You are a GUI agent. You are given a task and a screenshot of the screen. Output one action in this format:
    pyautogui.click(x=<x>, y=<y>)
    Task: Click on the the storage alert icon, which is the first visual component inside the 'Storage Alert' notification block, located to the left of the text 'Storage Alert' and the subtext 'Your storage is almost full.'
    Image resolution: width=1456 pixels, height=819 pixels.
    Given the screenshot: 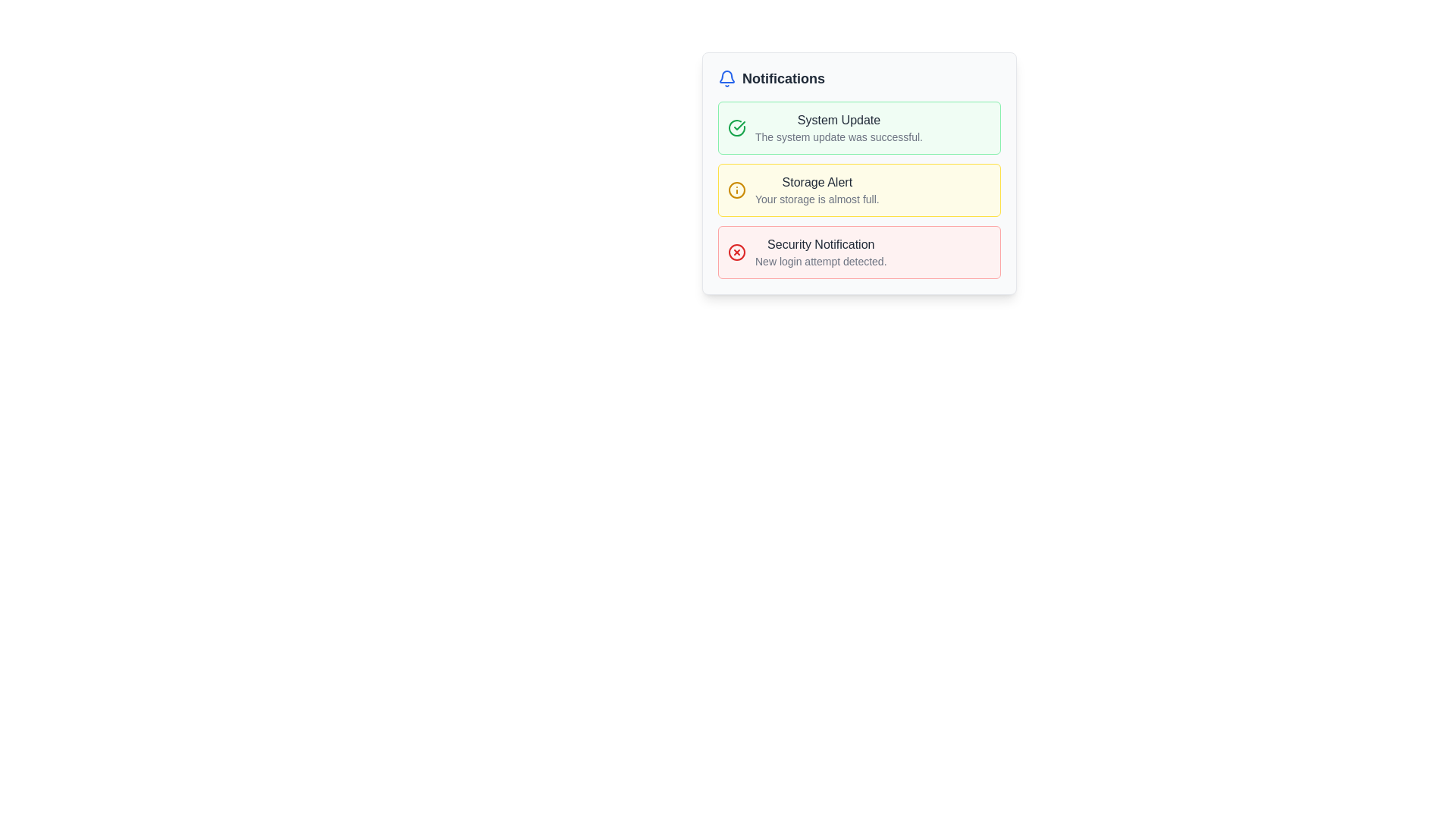 What is the action you would take?
    pyautogui.click(x=736, y=189)
    